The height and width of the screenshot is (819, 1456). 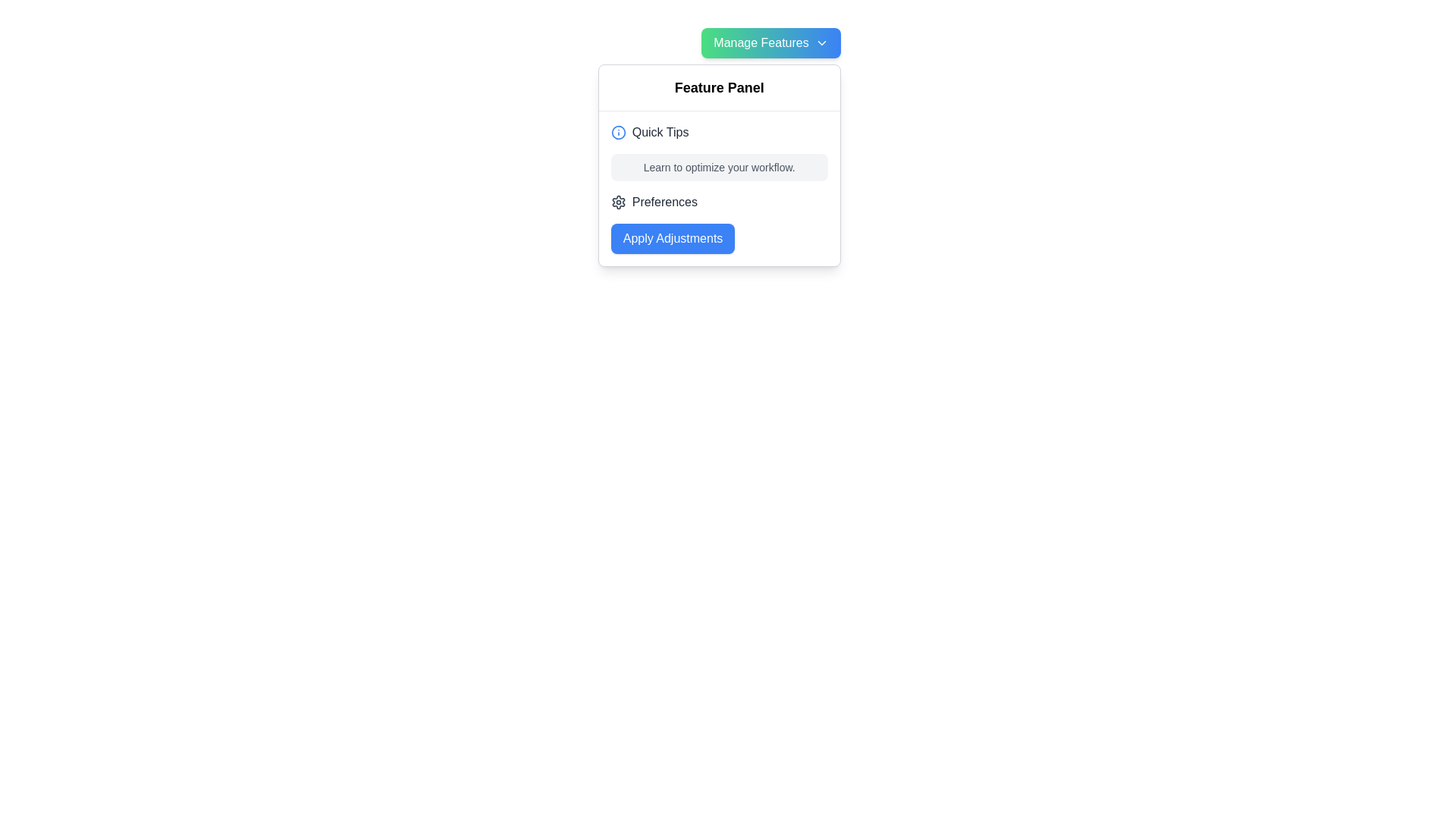 What do you see at coordinates (661, 131) in the screenshot?
I see `the text label displaying 'Quick Tips' which is styled with a medium font weight and dark gray color` at bounding box center [661, 131].